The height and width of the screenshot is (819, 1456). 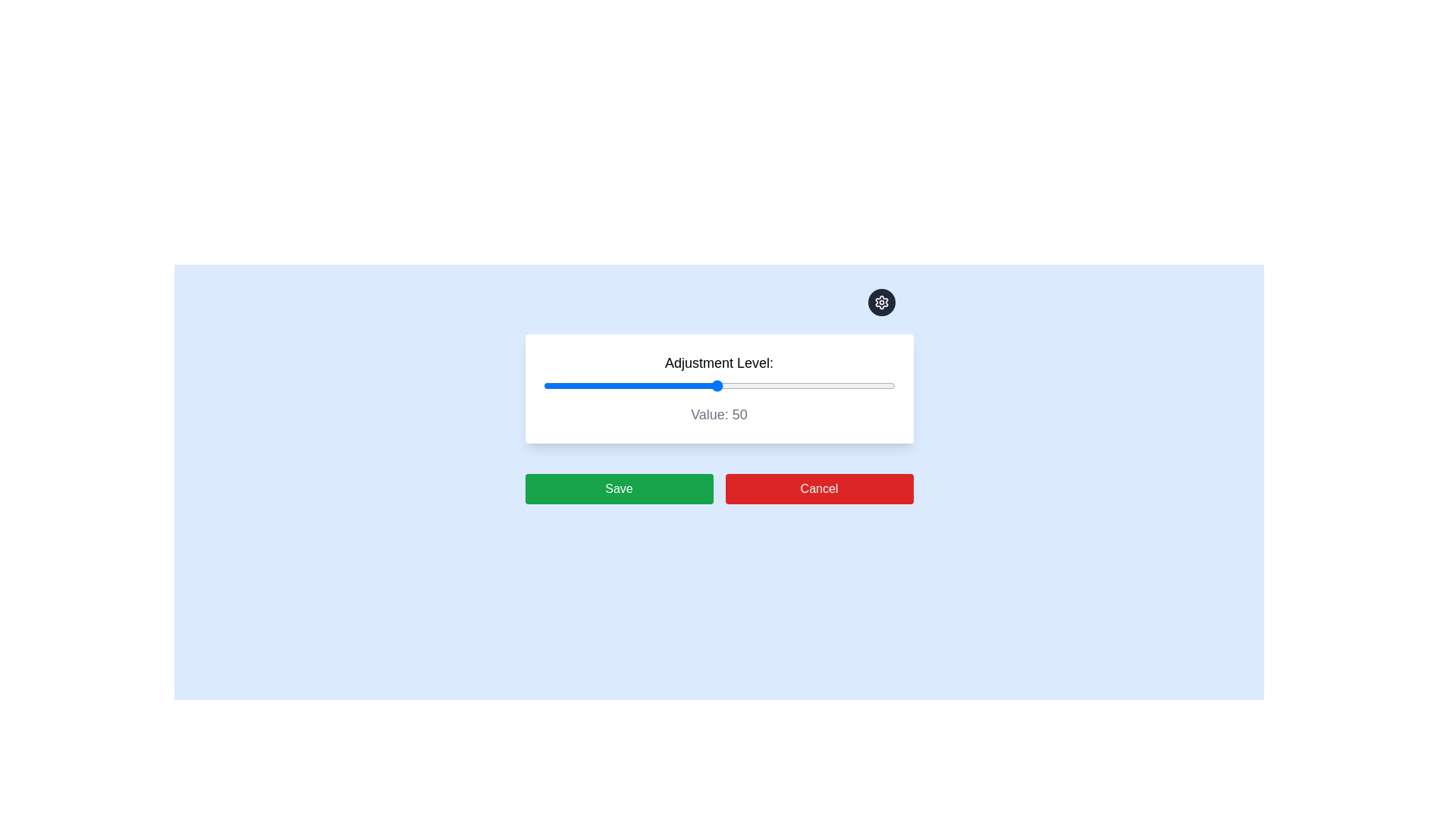 I want to click on the adjustment level, so click(x=574, y=385).